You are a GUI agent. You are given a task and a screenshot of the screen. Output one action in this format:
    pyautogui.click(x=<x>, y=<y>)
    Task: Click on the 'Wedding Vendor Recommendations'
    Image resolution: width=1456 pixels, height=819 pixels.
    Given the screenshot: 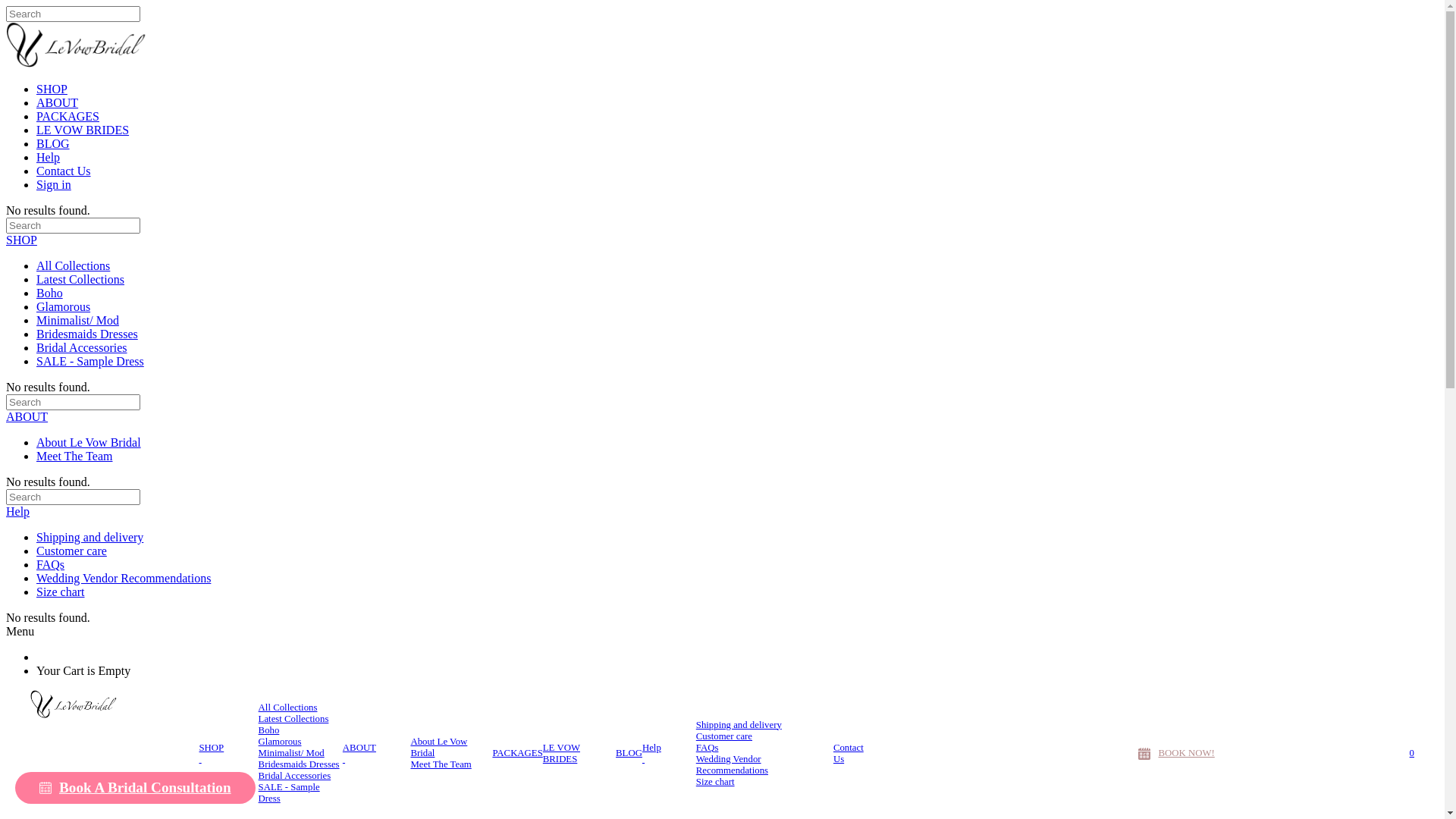 What is the action you would take?
    pyautogui.click(x=36, y=578)
    